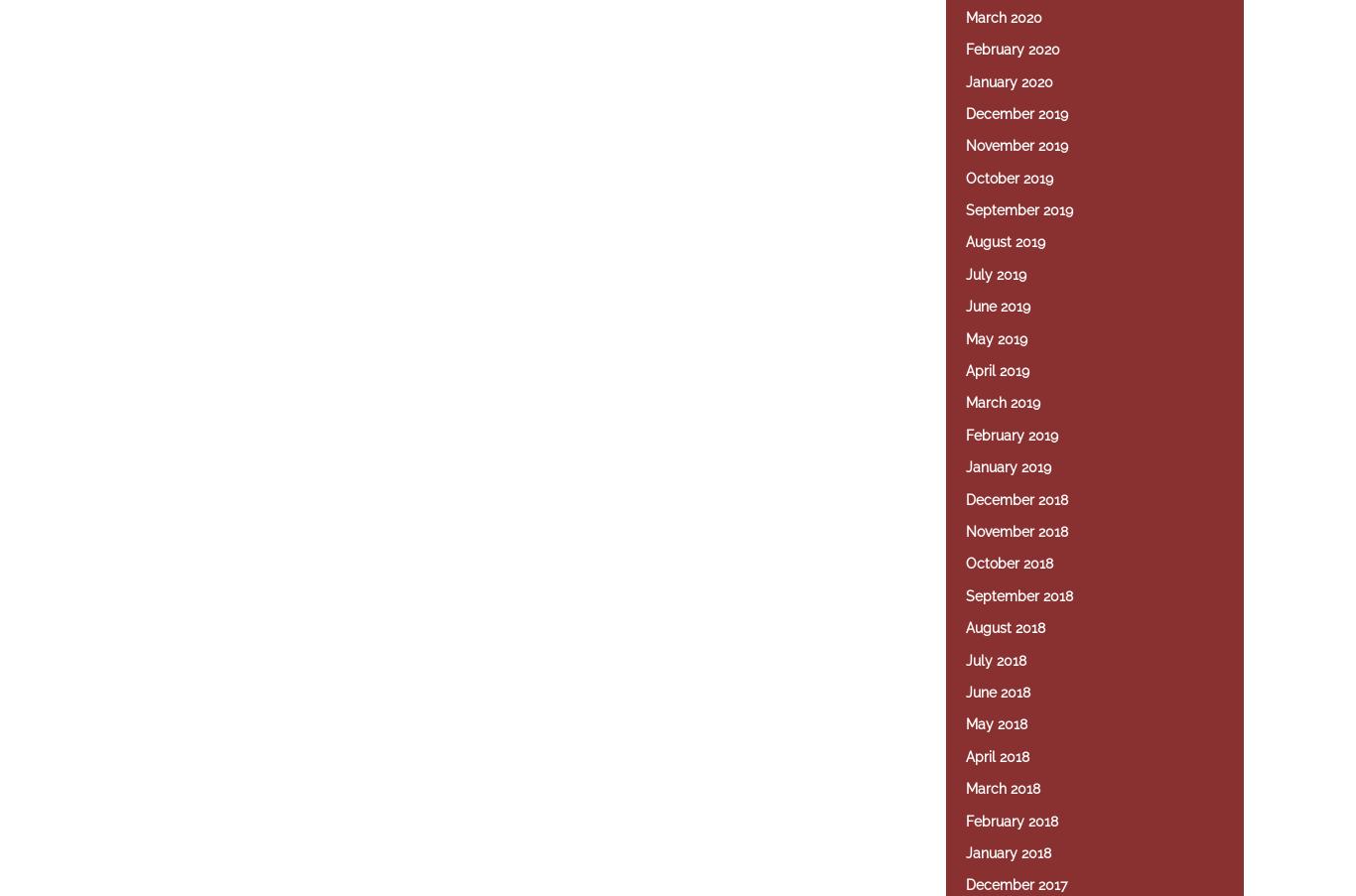 The height and width of the screenshot is (896, 1356). I want to click on 'January 2019', so click(966, 467).